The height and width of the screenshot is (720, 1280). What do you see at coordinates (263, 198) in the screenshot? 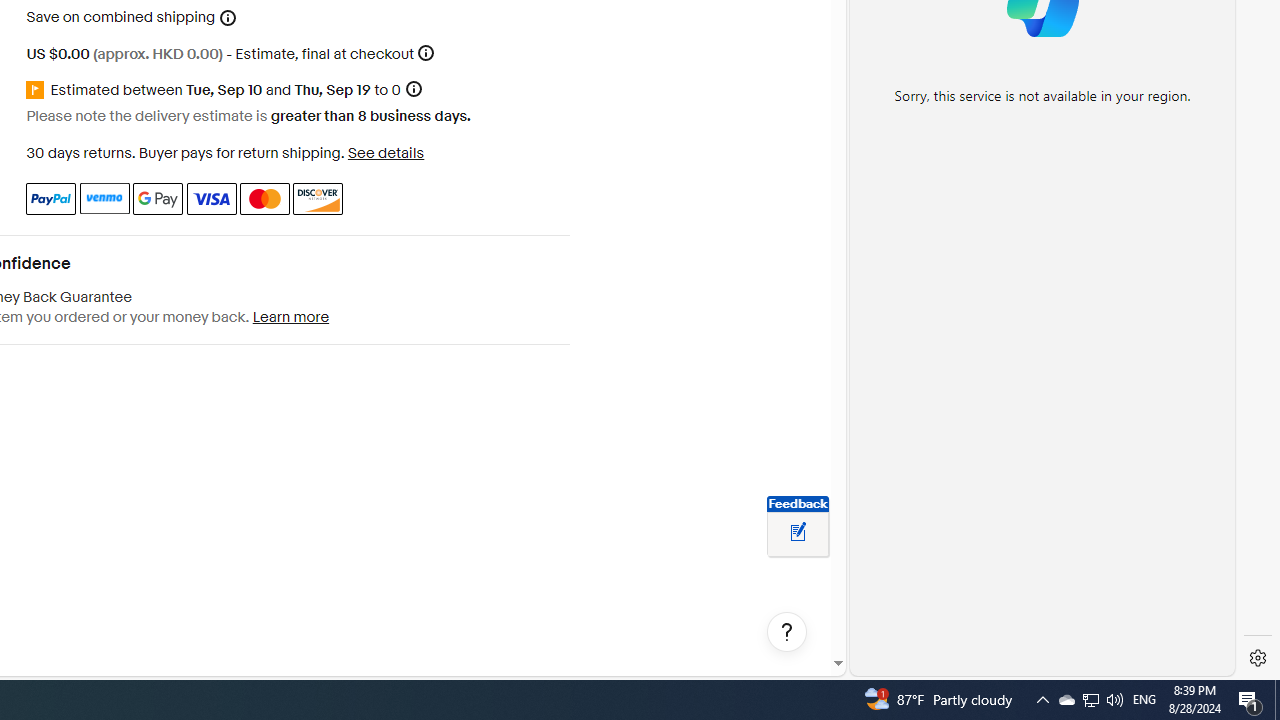
I see `'Master Card'` at bounding box center [263, 198].